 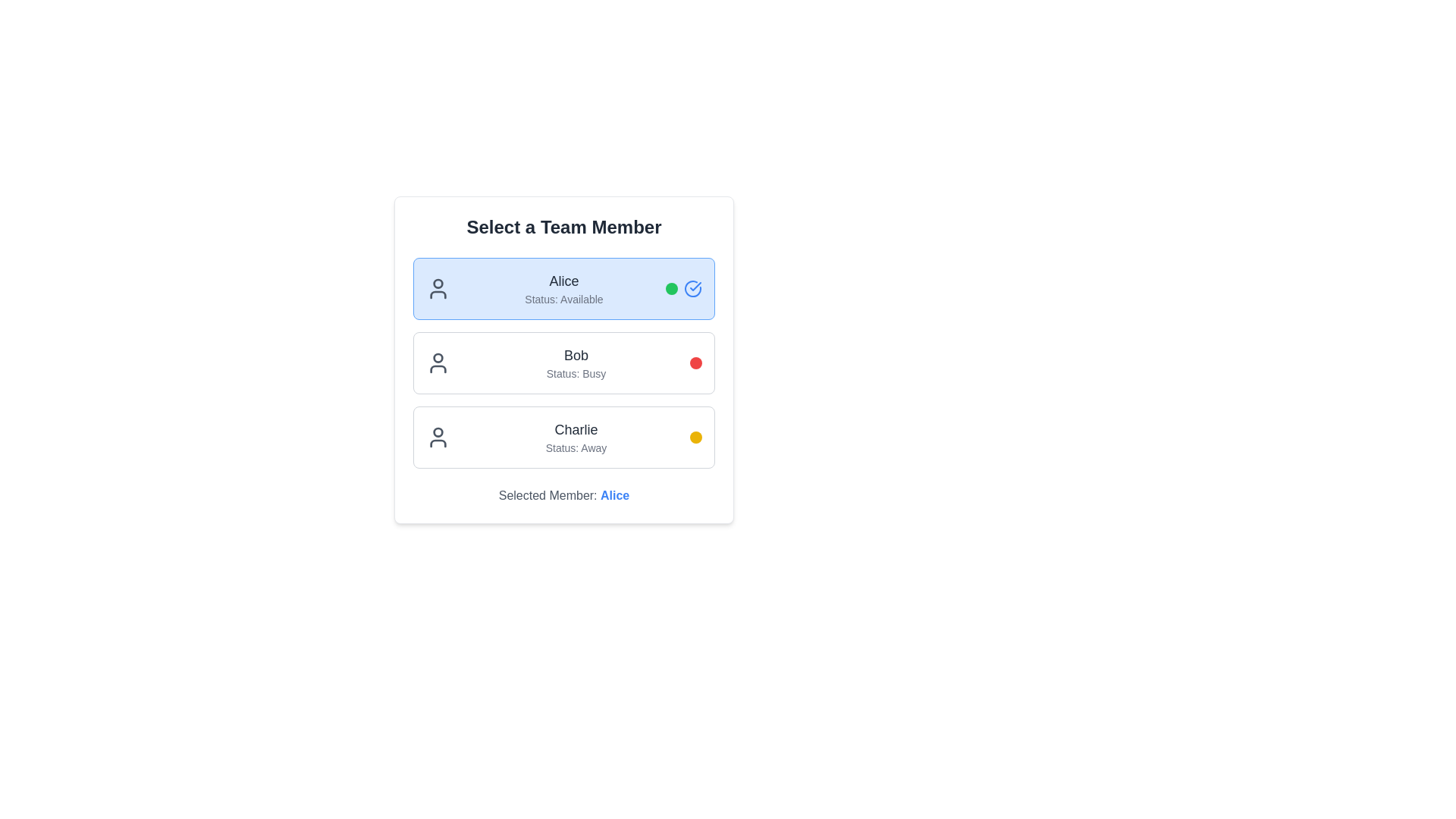 I want to click on the decorative SVG component that is part of the user icon for 'Alice', located at the bottom part of the icon's torso, so click(x=437, y=295).